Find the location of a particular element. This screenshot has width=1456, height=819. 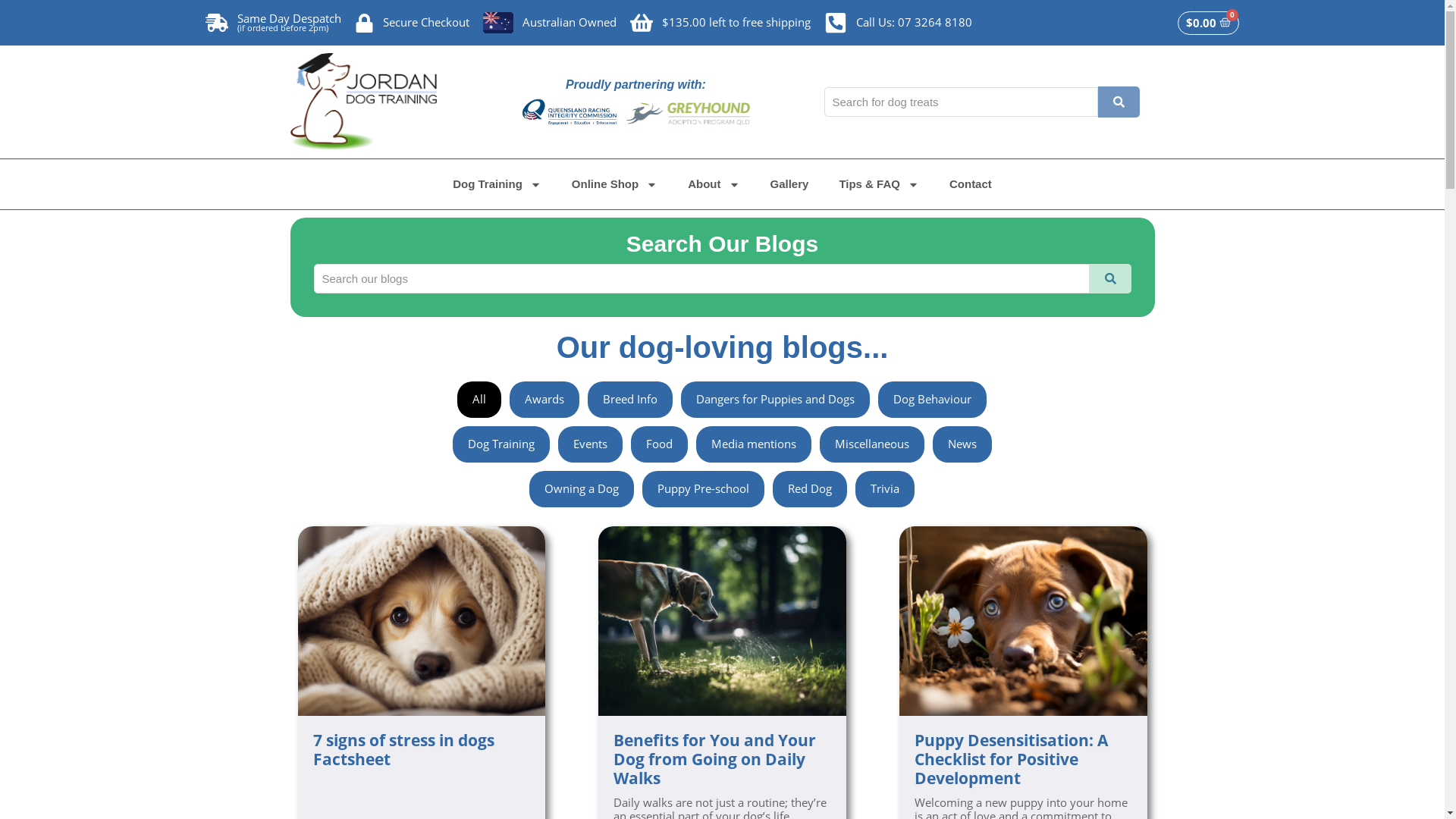

'Media mentions' is located at coordinates (753, 444).